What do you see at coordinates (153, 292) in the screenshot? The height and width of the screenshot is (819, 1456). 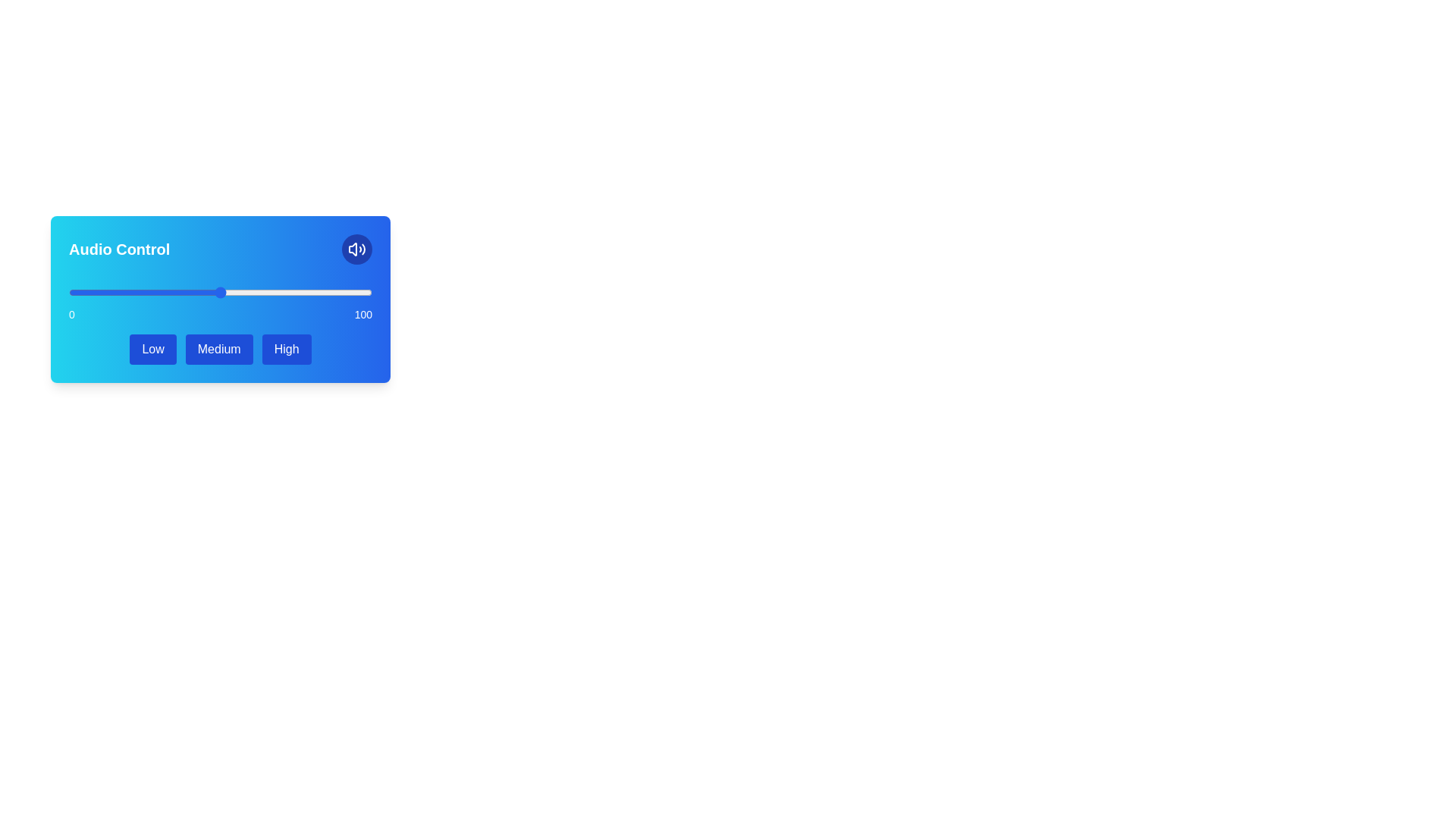 I see `the audio volume` at bounding box center [153, 292].